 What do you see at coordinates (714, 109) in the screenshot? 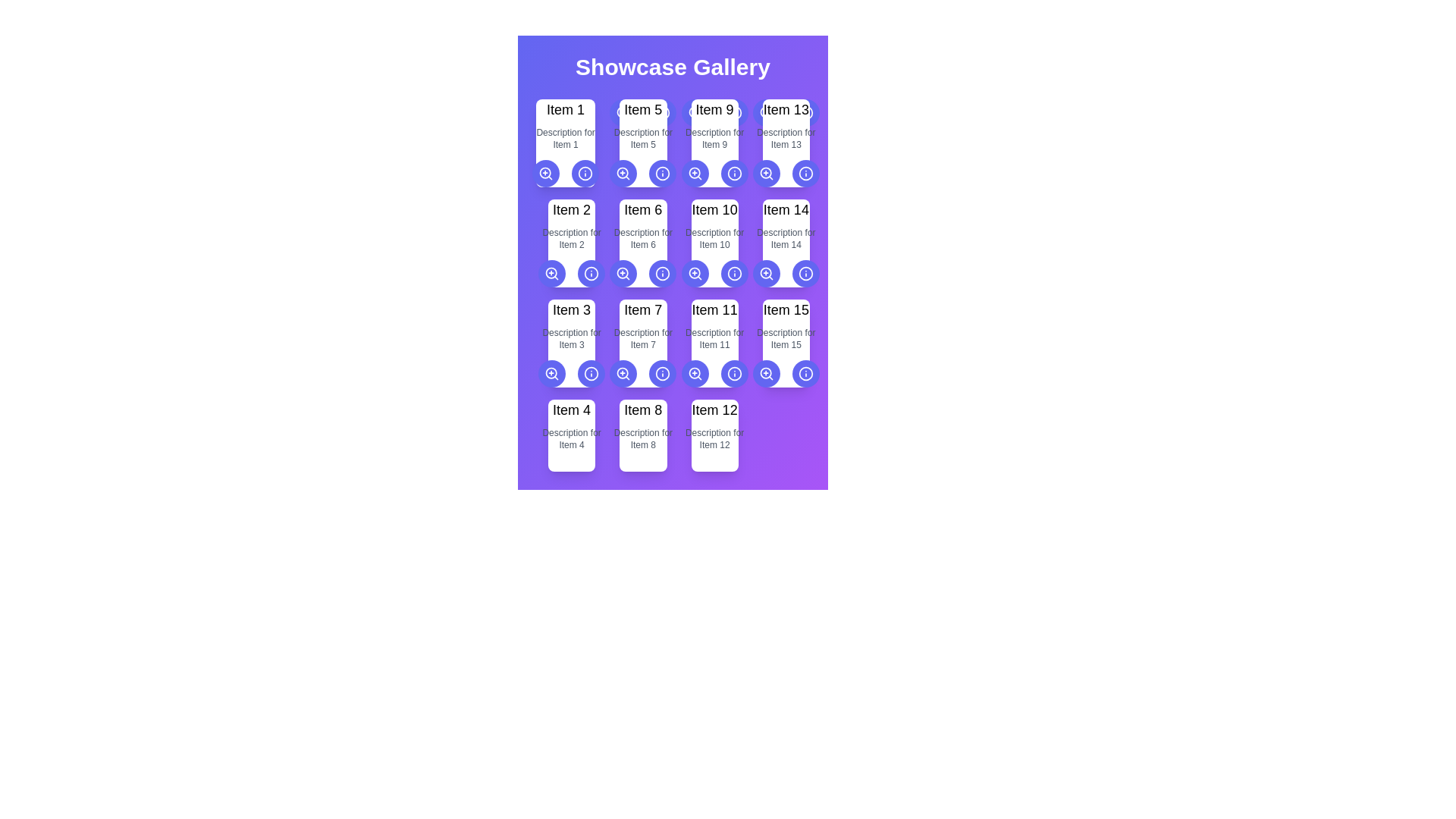
I see `the Text label that serves as the title or header of its corresponding card in the third column and second row of the grid for potential navigation or interaction` at bounding box center [714, 109].